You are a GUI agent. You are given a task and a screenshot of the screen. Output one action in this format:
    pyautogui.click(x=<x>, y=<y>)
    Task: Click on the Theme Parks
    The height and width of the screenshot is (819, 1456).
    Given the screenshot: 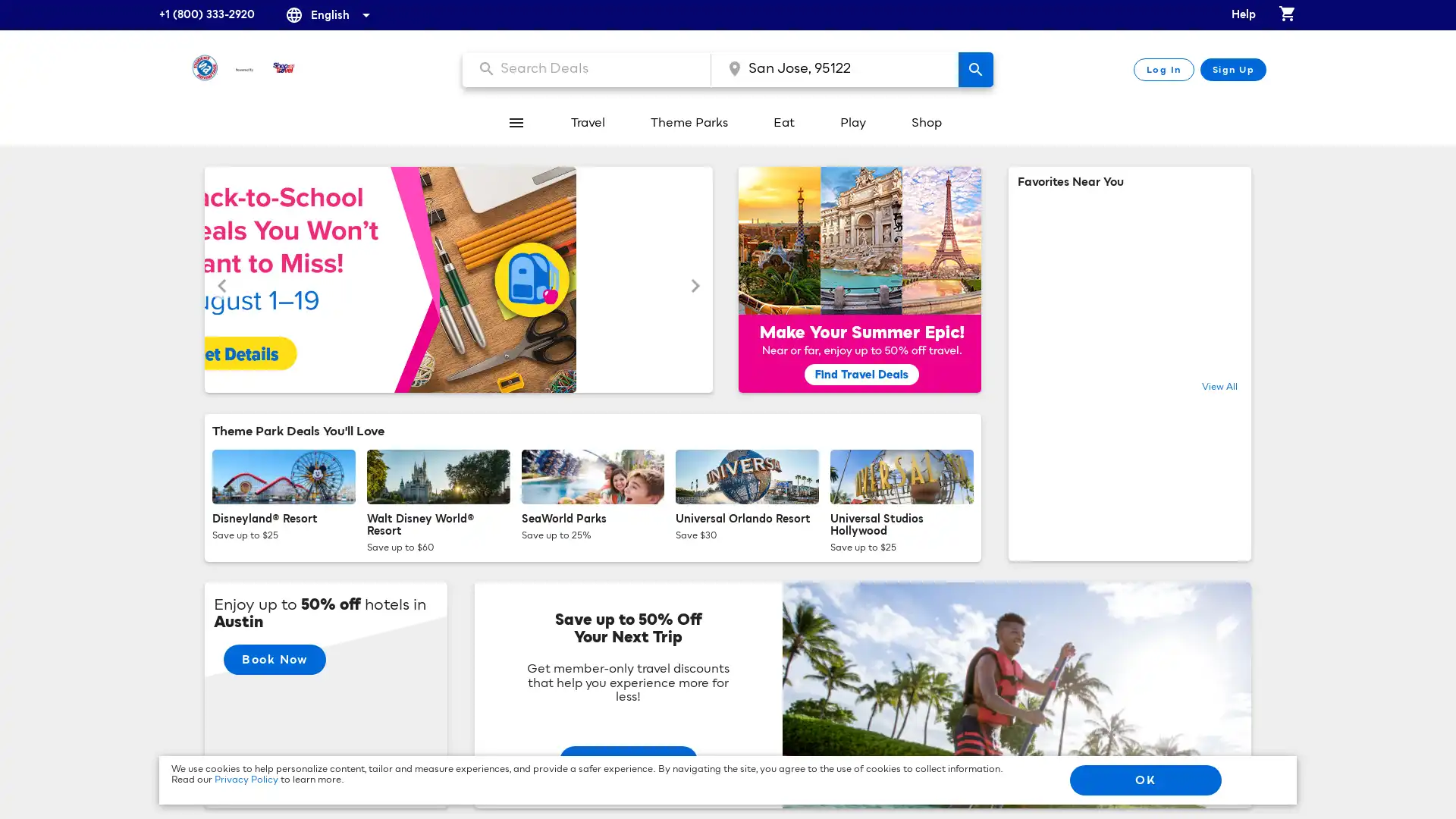 What is the action you would take?
    pyautogui.click(x=687, y=127)
    